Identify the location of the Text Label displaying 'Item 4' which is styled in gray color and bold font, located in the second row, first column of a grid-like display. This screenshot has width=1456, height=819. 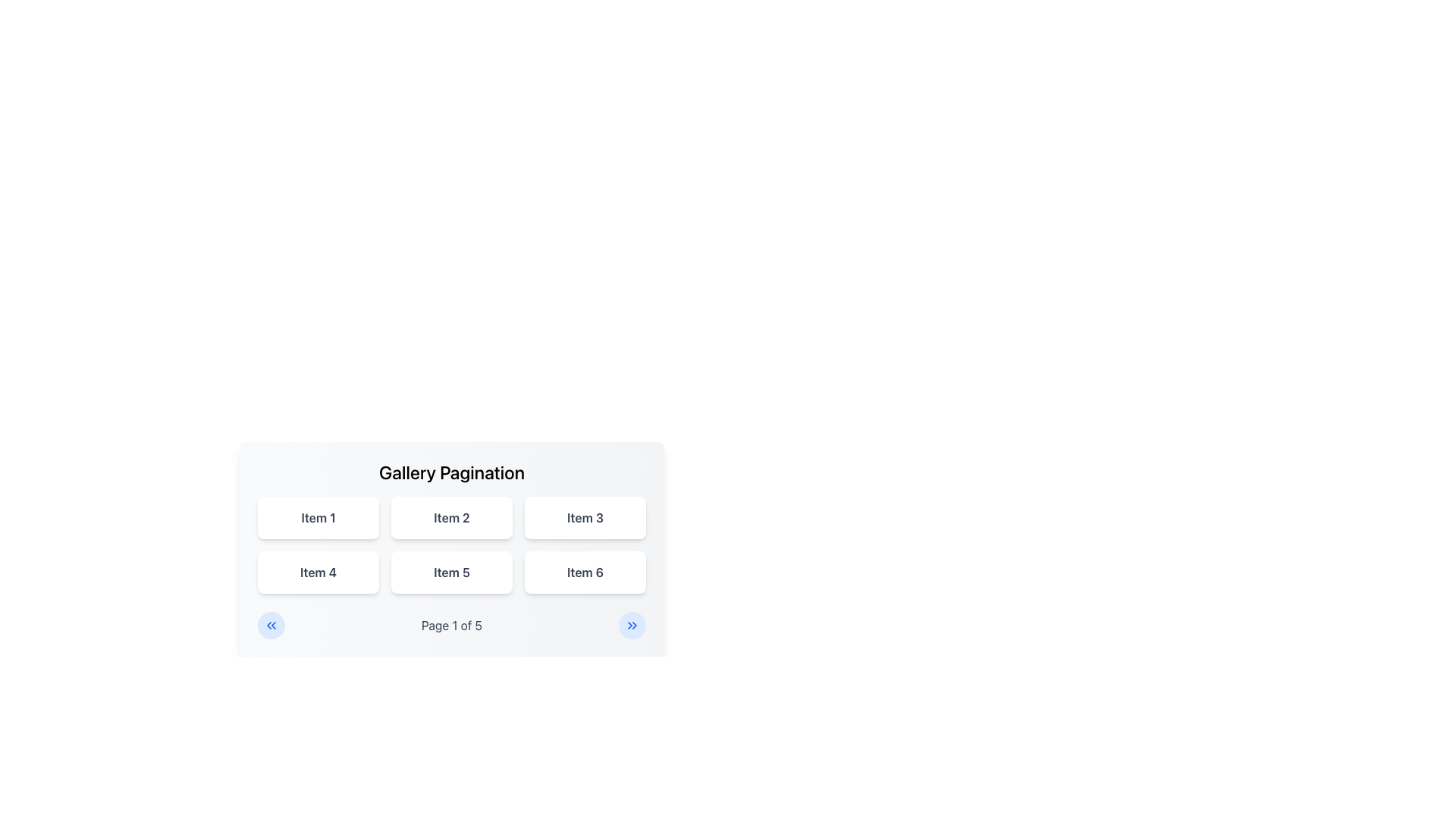
(318, 573).